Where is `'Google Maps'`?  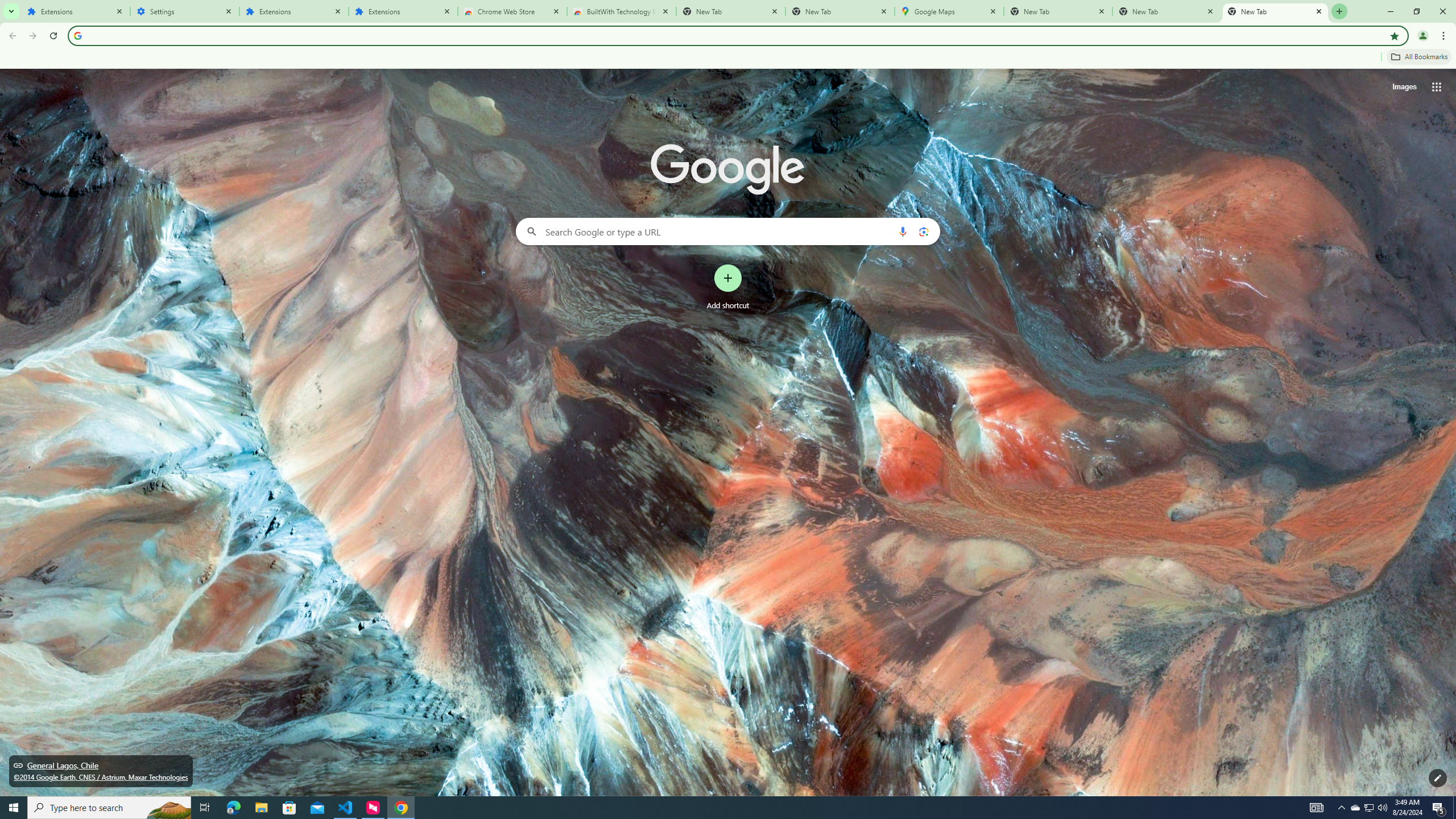
'Google Maps' is located at coordinates (949, 11).